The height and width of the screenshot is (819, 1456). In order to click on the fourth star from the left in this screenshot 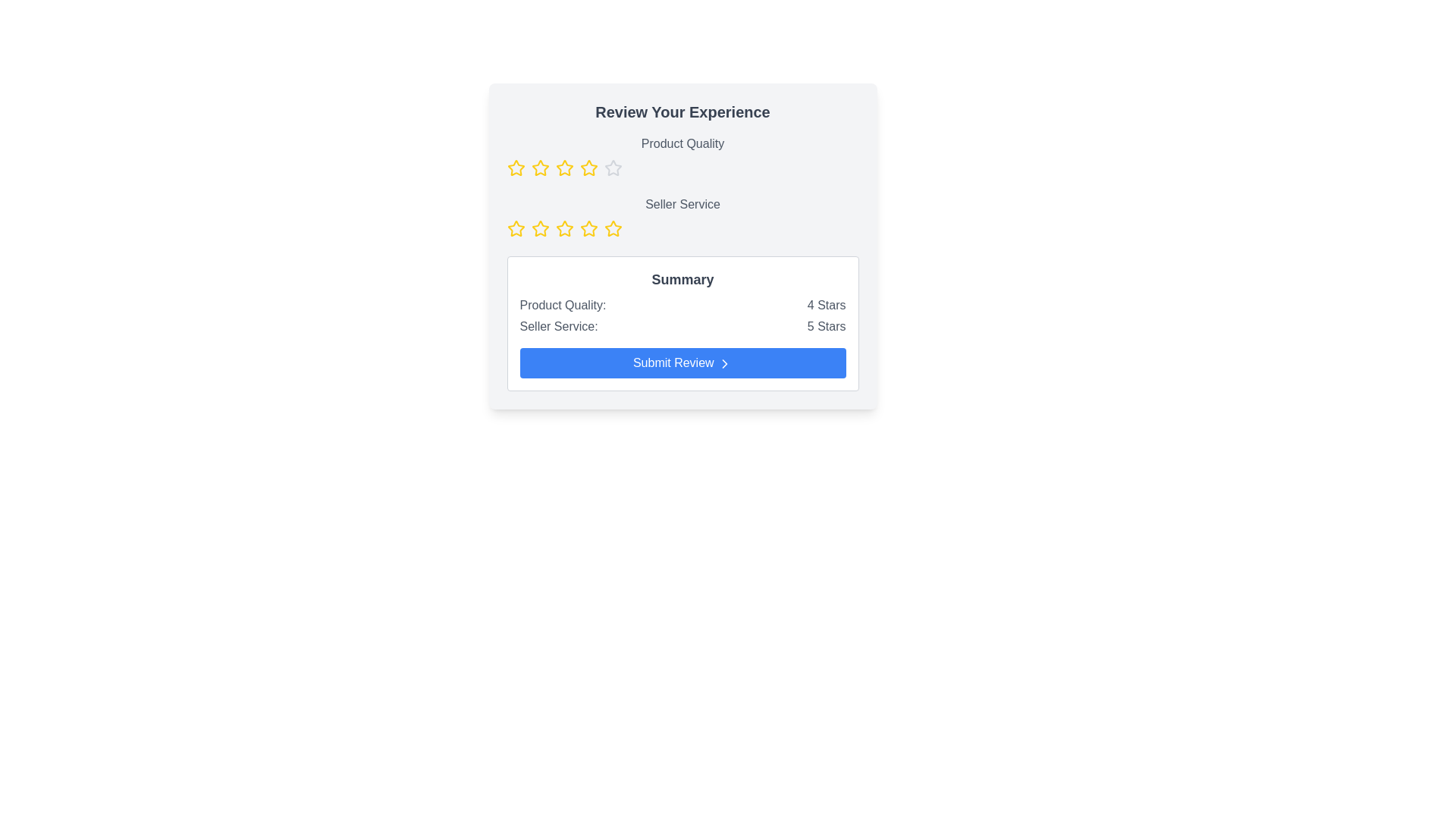, I will do `click(563, 228)`.